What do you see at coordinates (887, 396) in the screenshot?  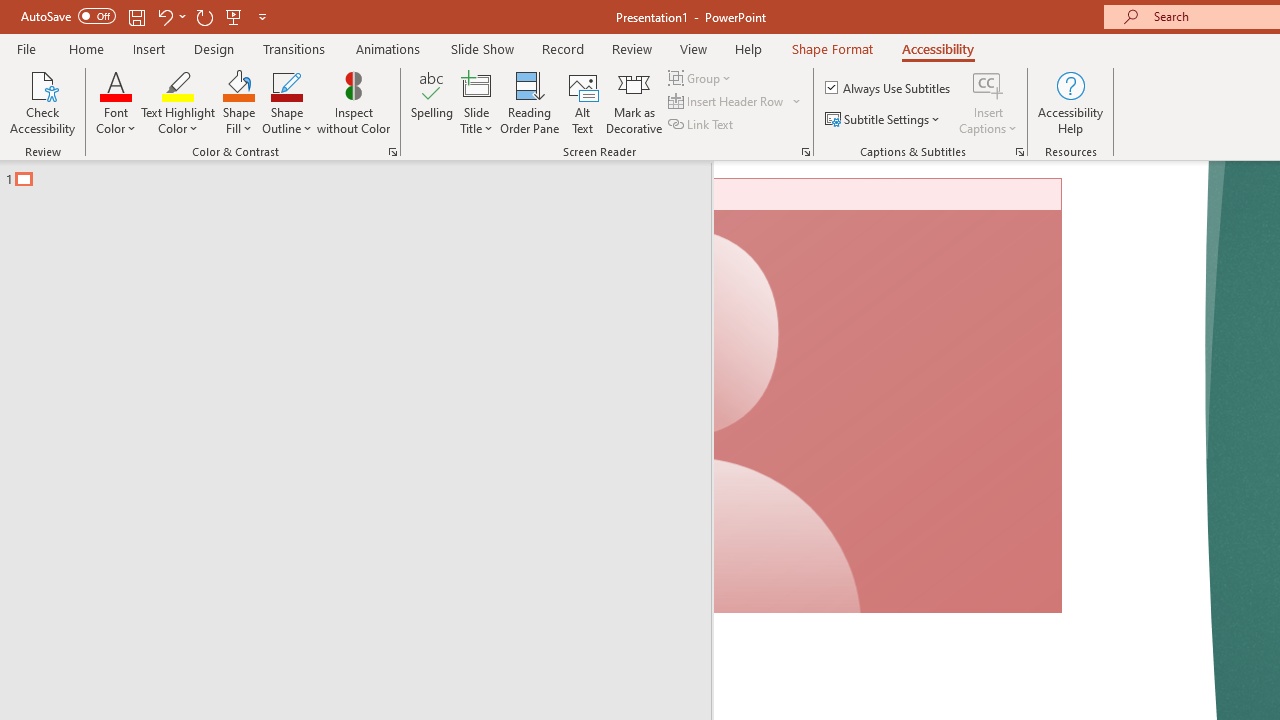 I see `'Camera 7, No camera detected.'` at bounding box center [887, 396].